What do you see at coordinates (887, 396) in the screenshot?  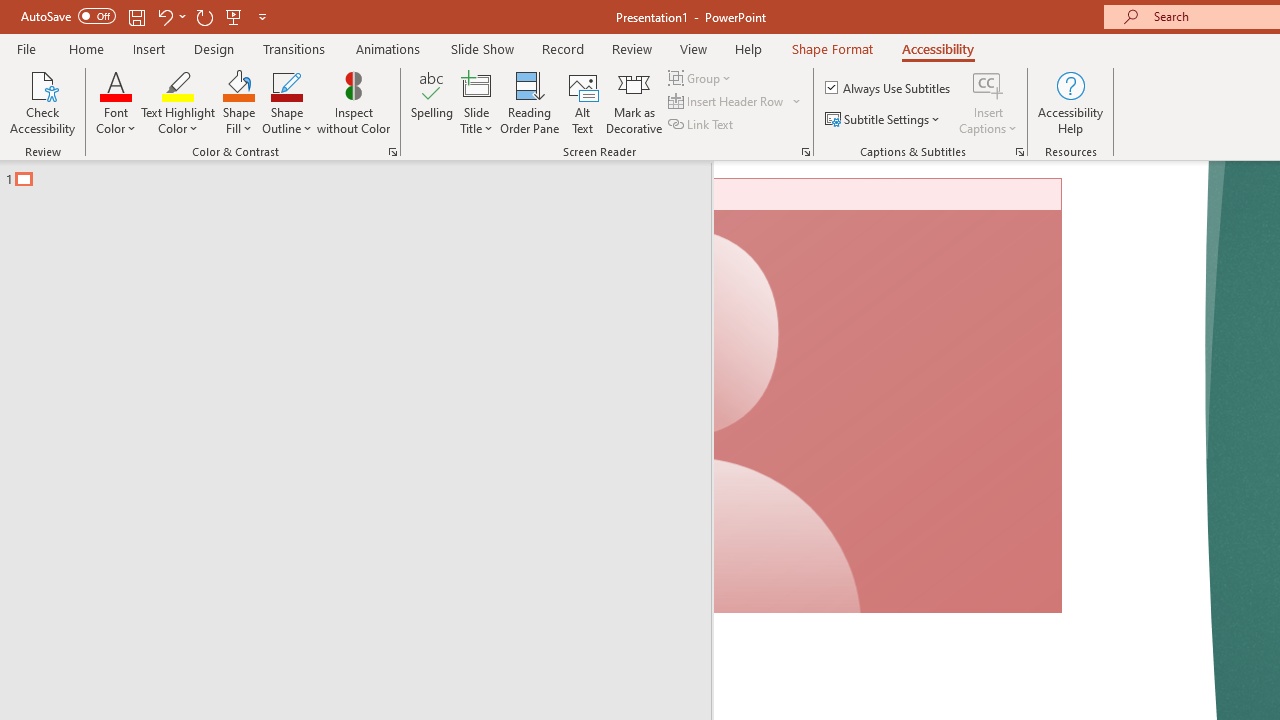 I see `'Camera 7, No camera detected.'` at bounding box center [887, 396].